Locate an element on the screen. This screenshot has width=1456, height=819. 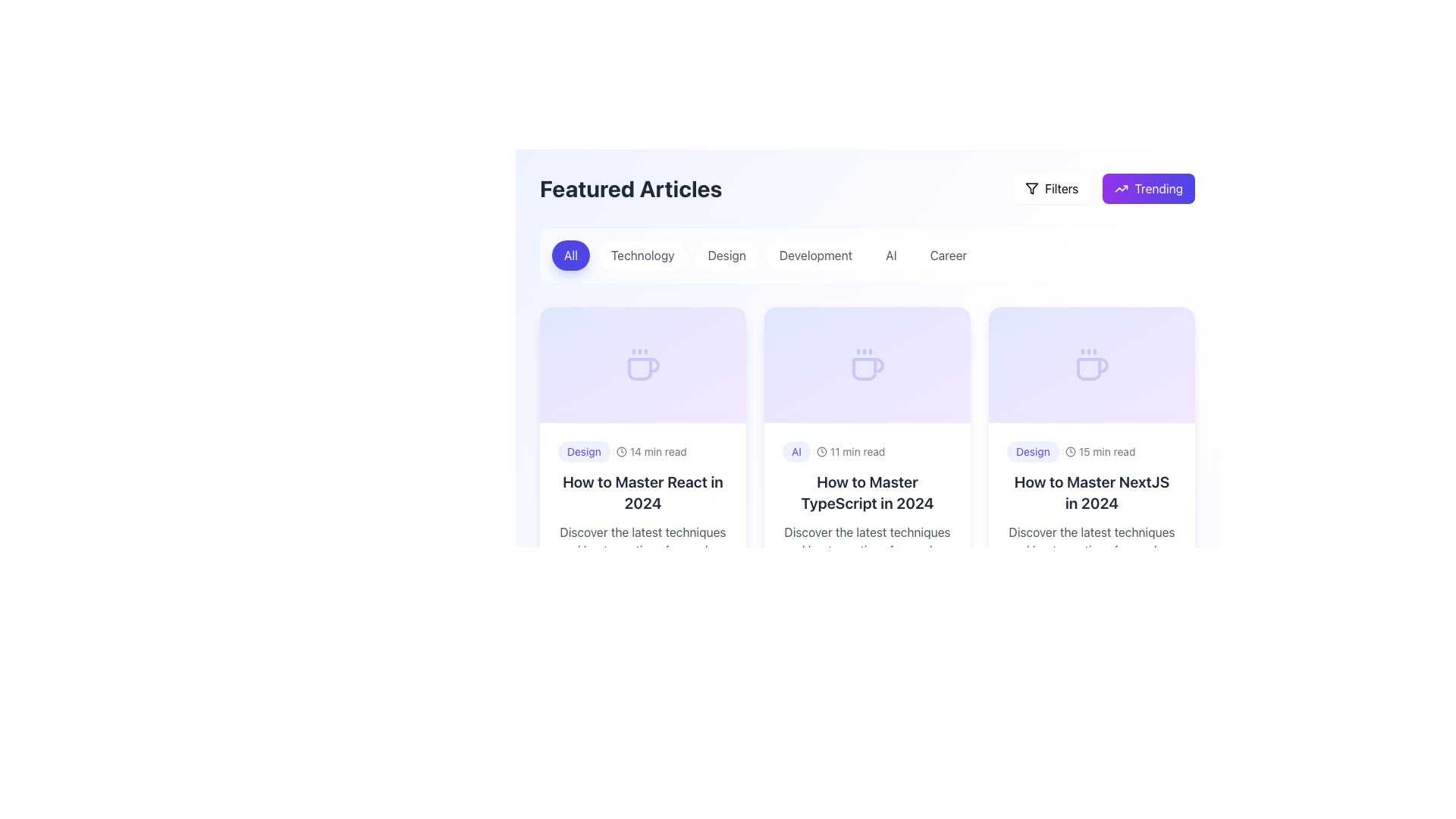
the text element displaying '11 min read' which is accompanied by a clock icon, as it is part of an interactive group is located at coordinates (851, 451).